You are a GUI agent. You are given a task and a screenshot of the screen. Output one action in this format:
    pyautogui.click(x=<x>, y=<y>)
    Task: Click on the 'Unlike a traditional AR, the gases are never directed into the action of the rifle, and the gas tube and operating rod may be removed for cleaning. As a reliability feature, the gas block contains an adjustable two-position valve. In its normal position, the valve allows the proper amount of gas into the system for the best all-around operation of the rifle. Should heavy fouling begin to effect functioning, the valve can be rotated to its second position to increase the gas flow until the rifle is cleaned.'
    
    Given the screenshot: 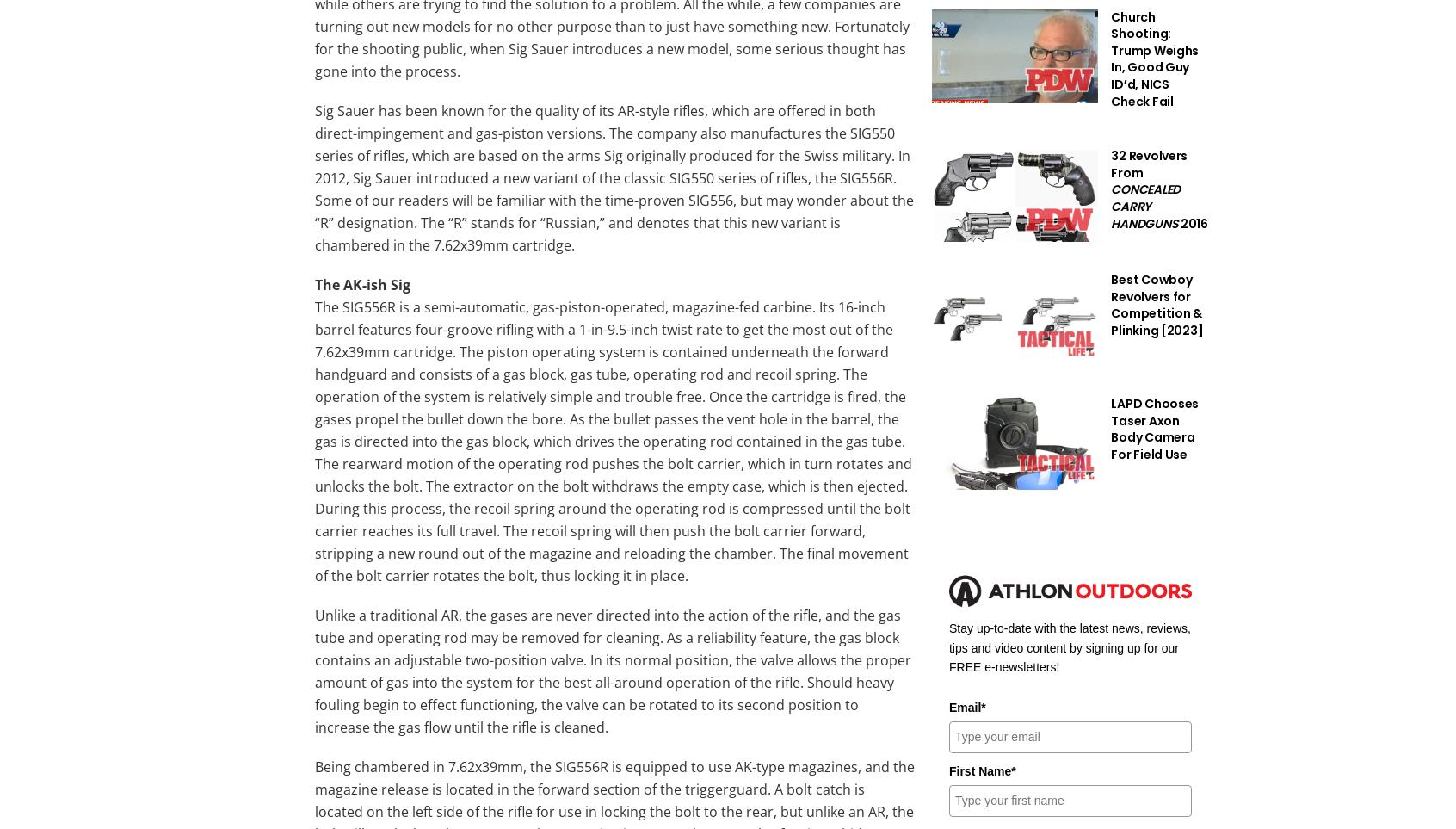 What is the action you would take?
    pyautogui.click(x=612, y=670)
    